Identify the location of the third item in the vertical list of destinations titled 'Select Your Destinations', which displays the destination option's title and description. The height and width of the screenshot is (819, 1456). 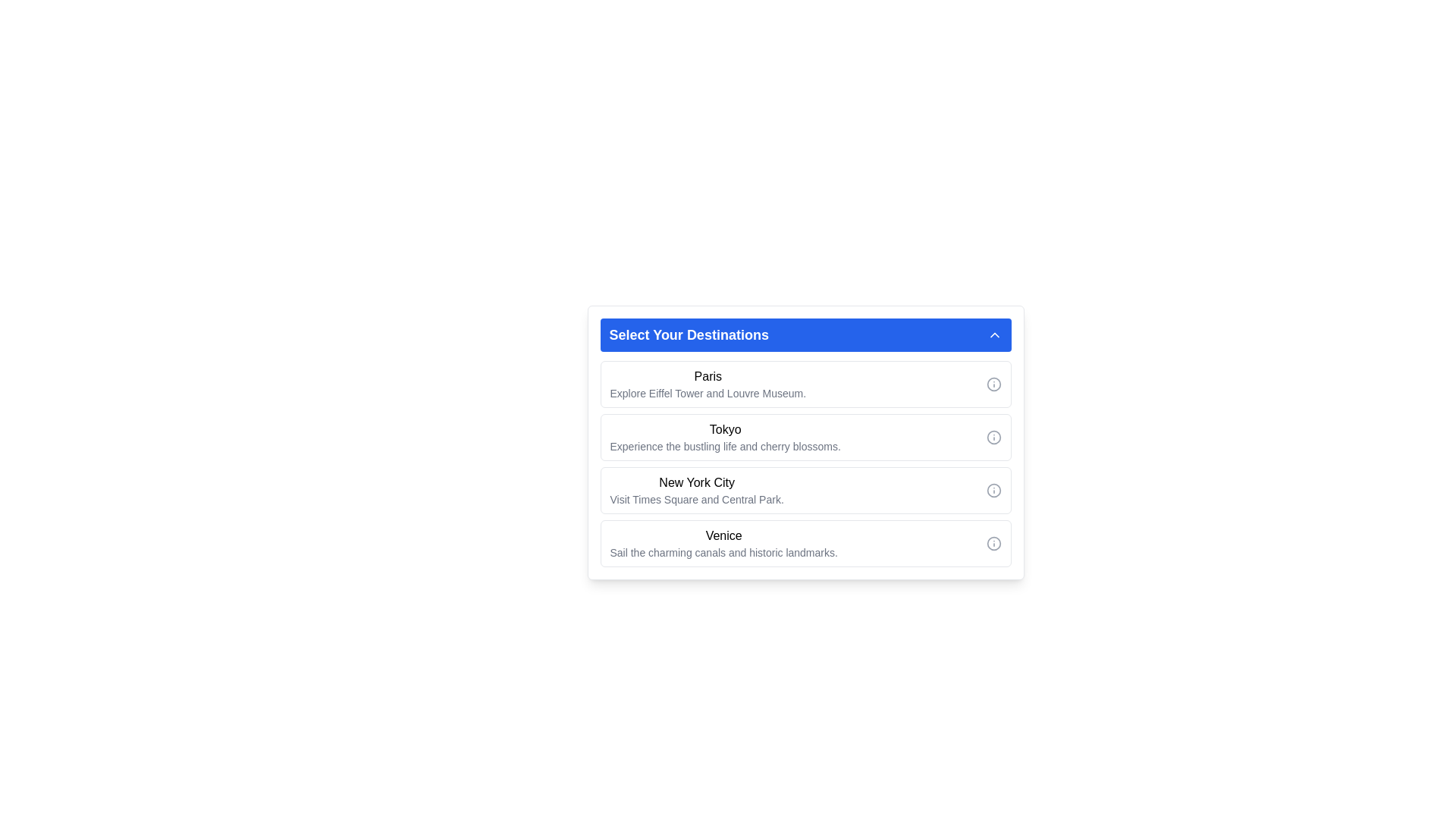
(696, 491).